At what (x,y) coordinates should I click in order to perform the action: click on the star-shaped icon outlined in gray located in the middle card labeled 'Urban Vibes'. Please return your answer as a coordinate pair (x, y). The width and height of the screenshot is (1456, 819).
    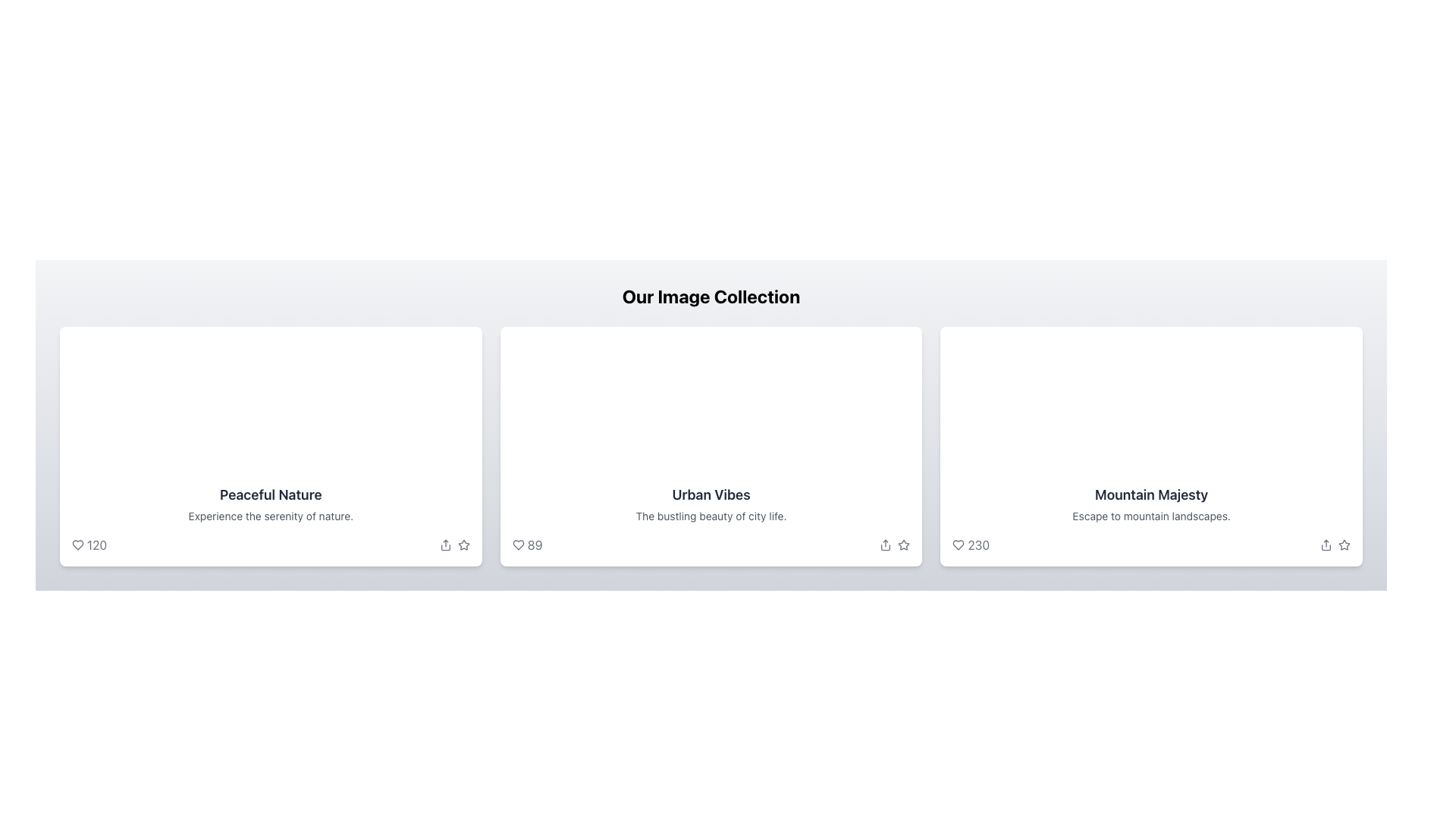
    Looking at the image, I should click on (903, 543).